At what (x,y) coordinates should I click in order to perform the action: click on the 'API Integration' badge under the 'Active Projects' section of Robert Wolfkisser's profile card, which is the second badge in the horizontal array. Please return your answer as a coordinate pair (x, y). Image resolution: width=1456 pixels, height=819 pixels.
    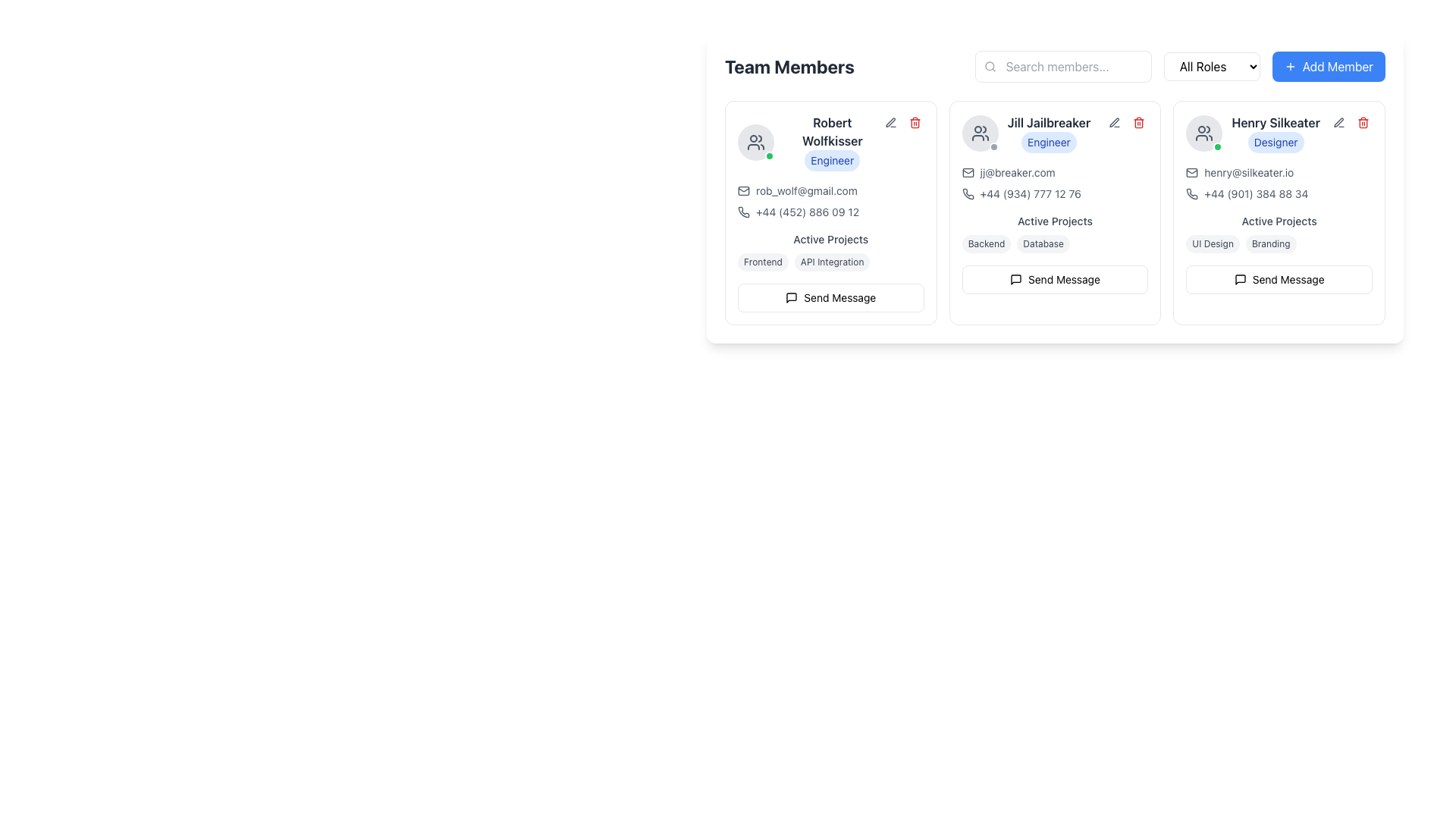
    Looking at the image, I should click on (831, 262).